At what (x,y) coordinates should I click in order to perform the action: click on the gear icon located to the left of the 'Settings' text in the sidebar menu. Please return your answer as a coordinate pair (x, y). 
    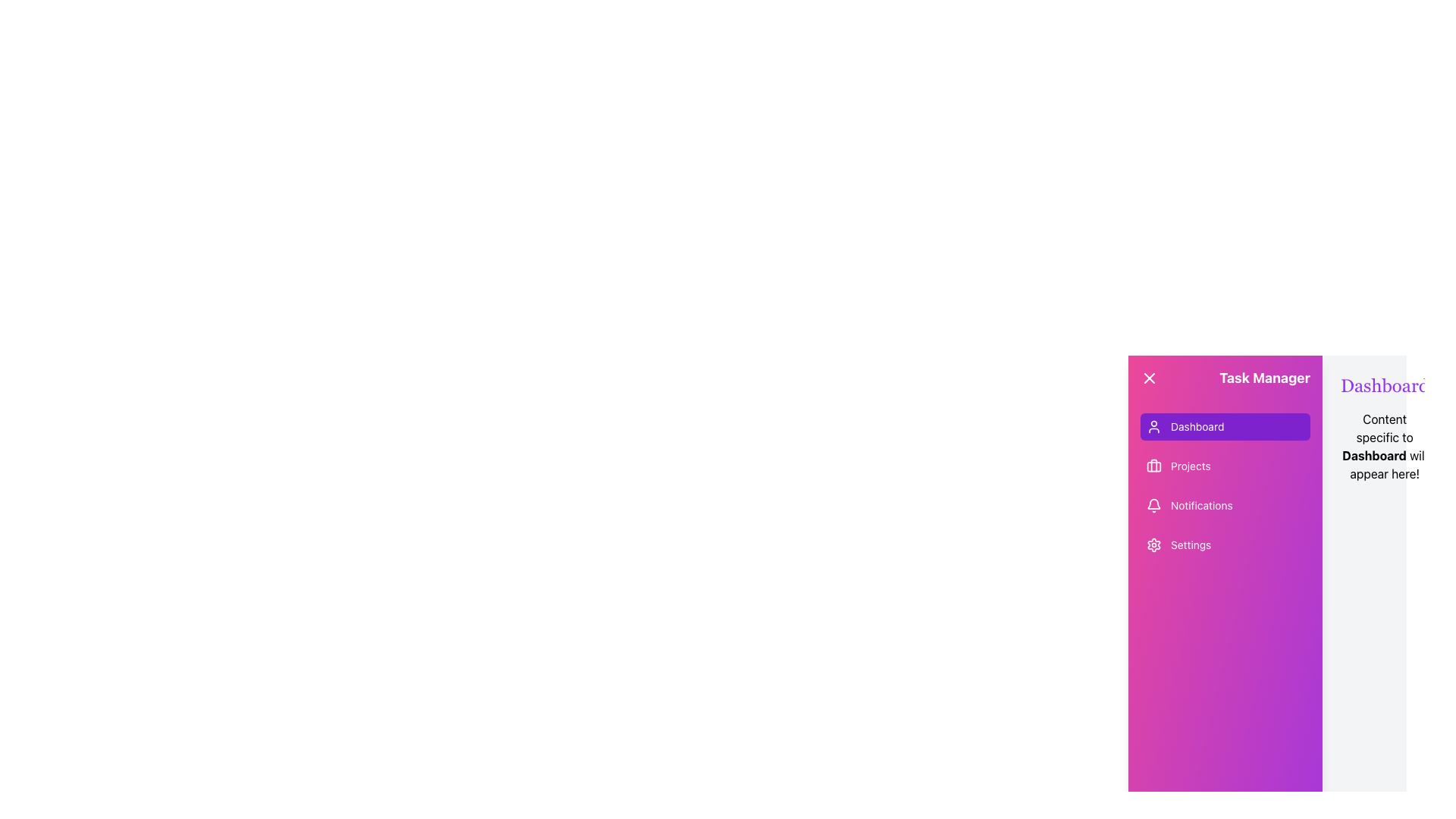
    Looking at the image, I should click on (1153, 544).